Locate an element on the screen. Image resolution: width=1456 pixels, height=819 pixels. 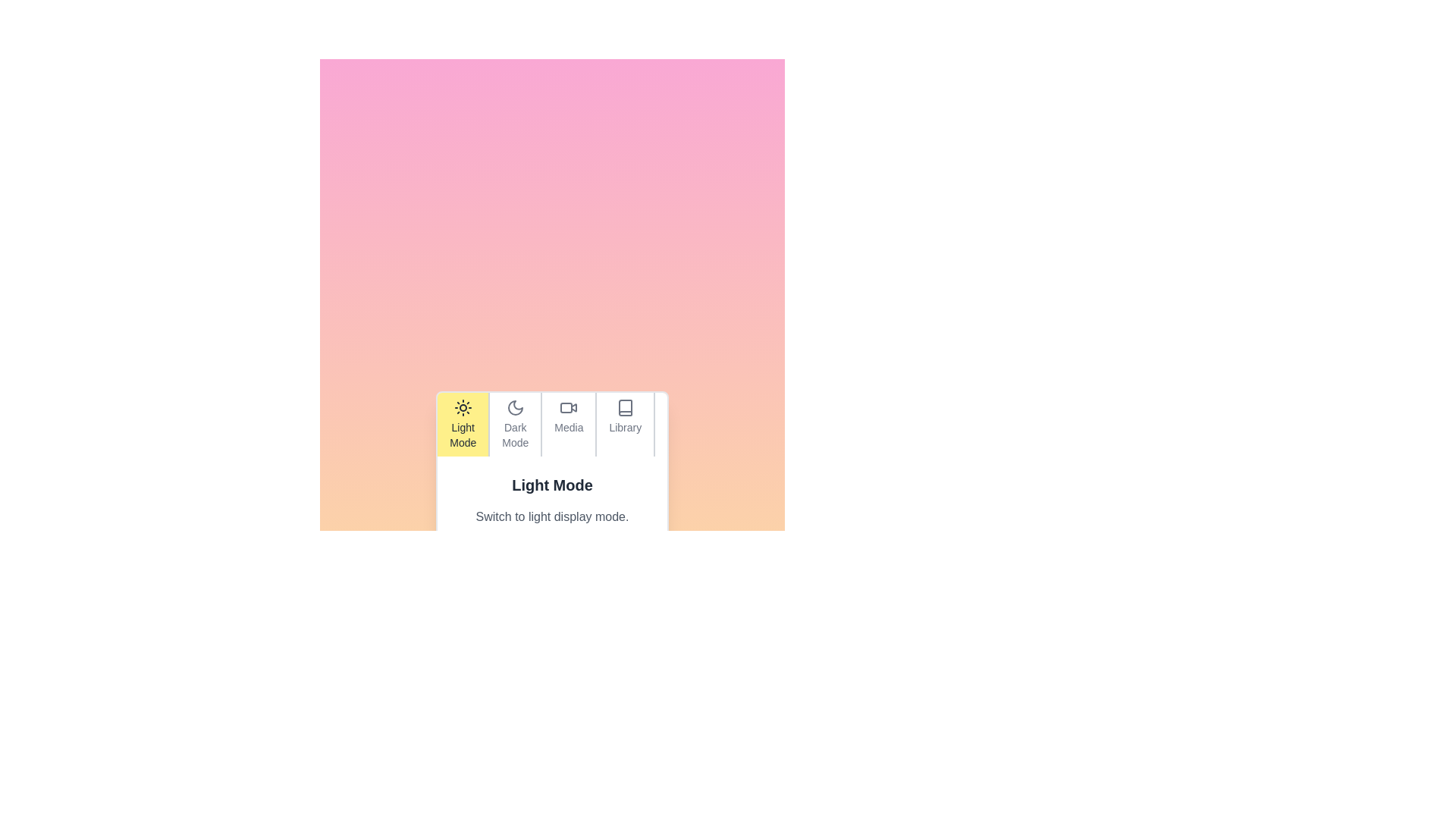
the tab labeled Library to observe its visual effect is located at coordinates (623, 424).